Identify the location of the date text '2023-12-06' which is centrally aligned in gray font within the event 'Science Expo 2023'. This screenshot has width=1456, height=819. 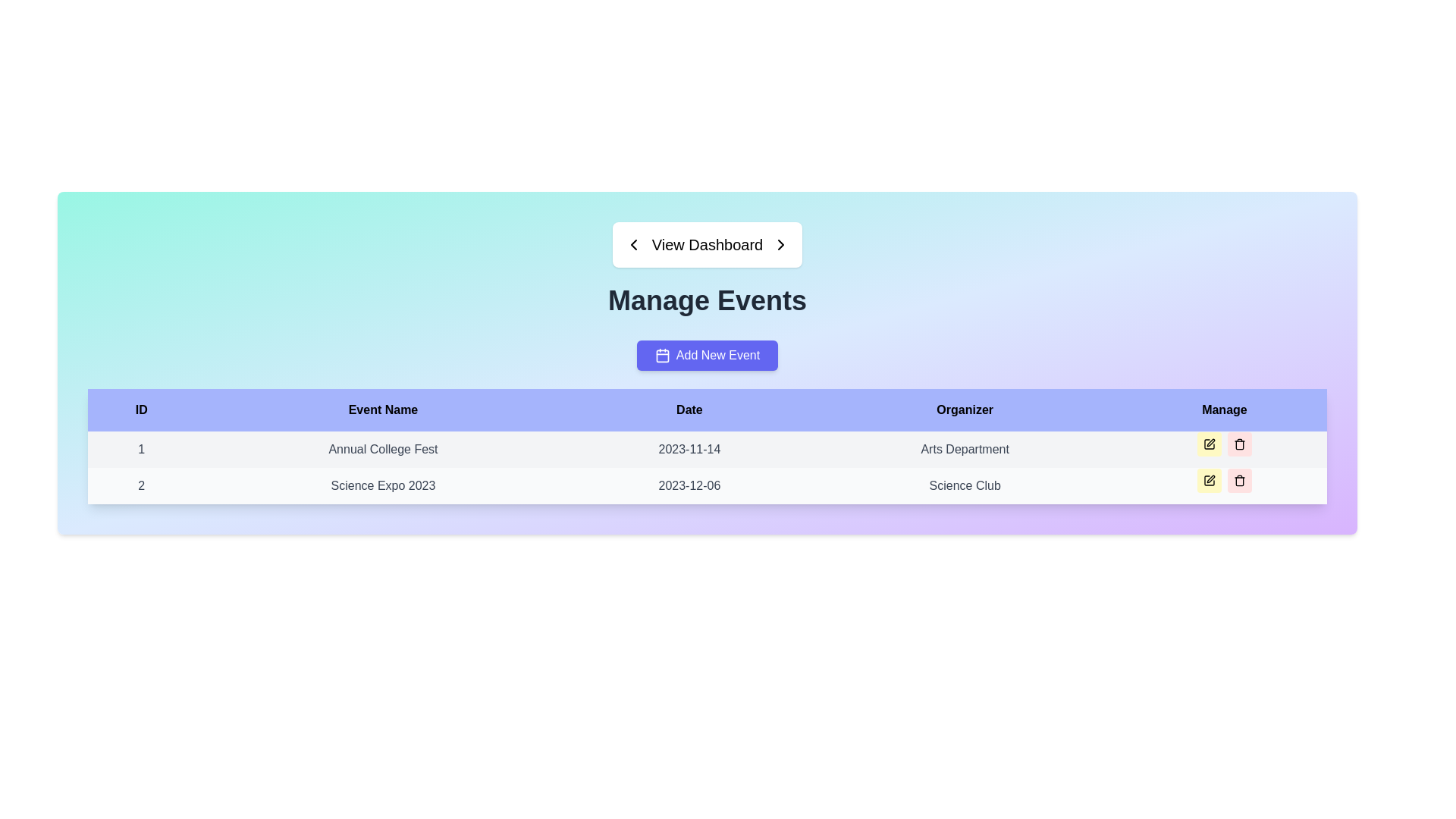
(689, 485).